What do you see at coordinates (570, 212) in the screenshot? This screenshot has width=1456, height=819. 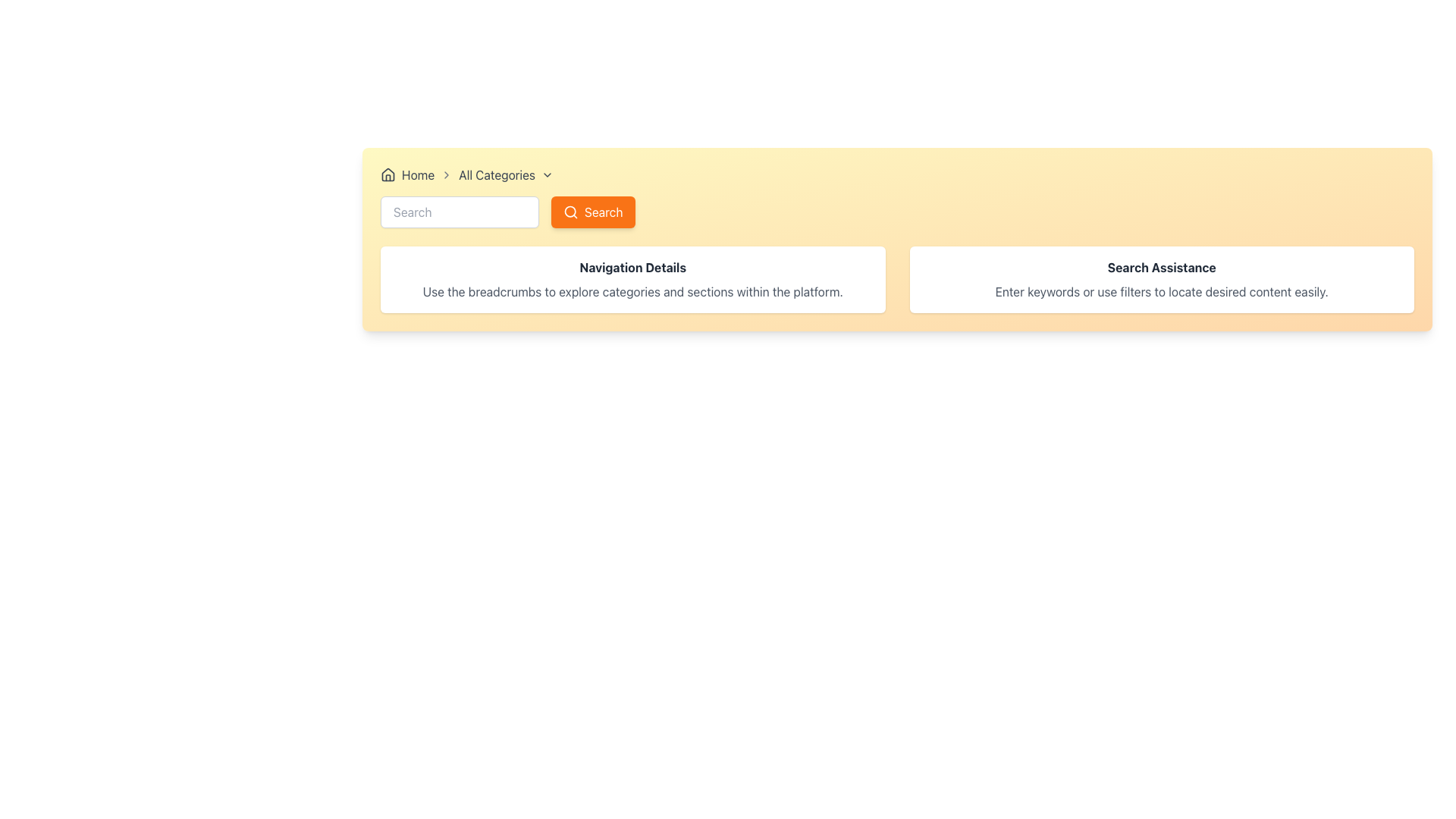 I see `the search icon located to the left of the 'Search' button, which has white text on an orange background, in the header section of the interface` at bounding box center [570, 212].